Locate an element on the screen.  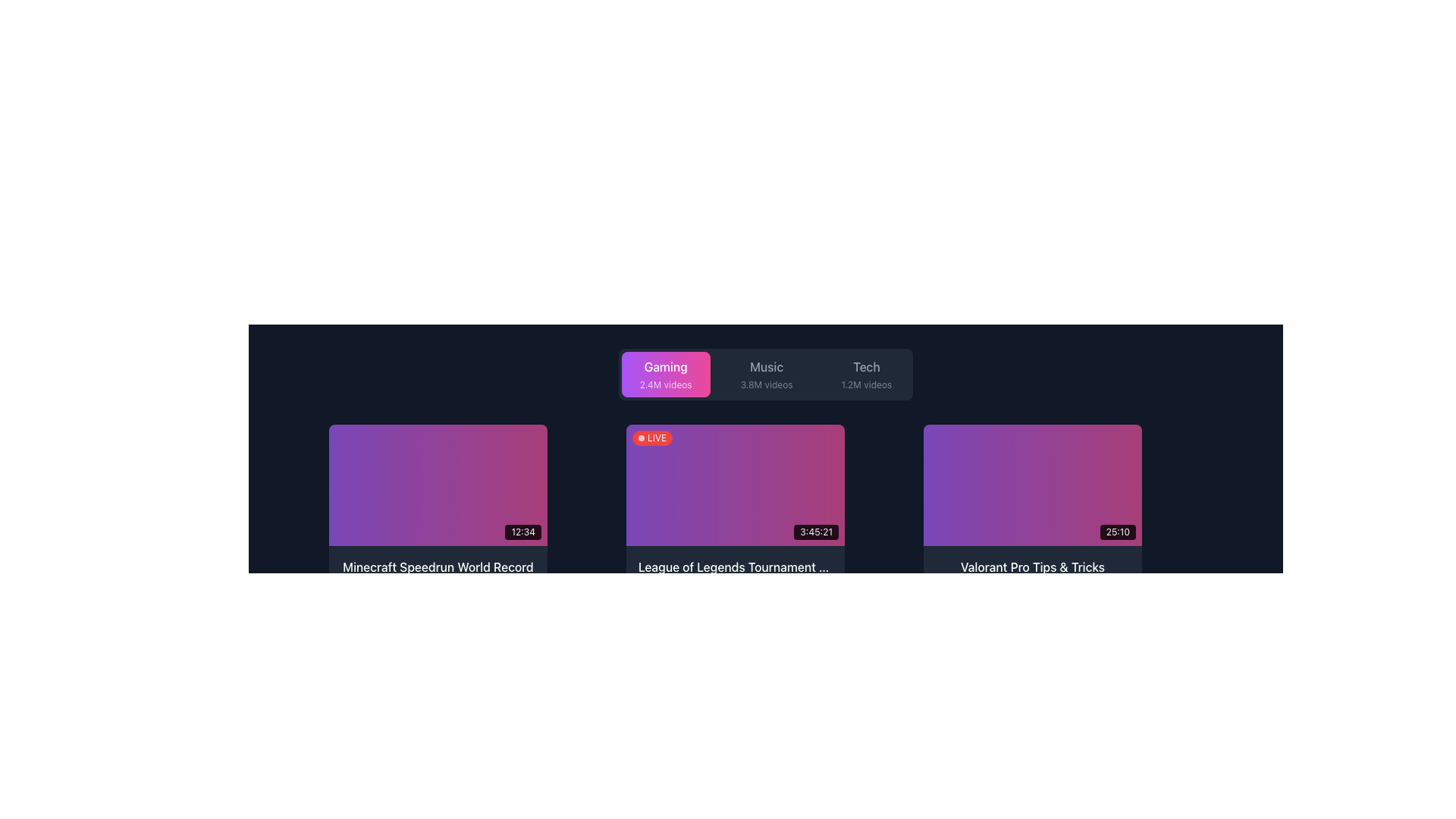
the text label displaying 'Tech', which is styled in a medium-weight font and located in the top-right area of the horizontal bar is located at coordinates (866, 366).